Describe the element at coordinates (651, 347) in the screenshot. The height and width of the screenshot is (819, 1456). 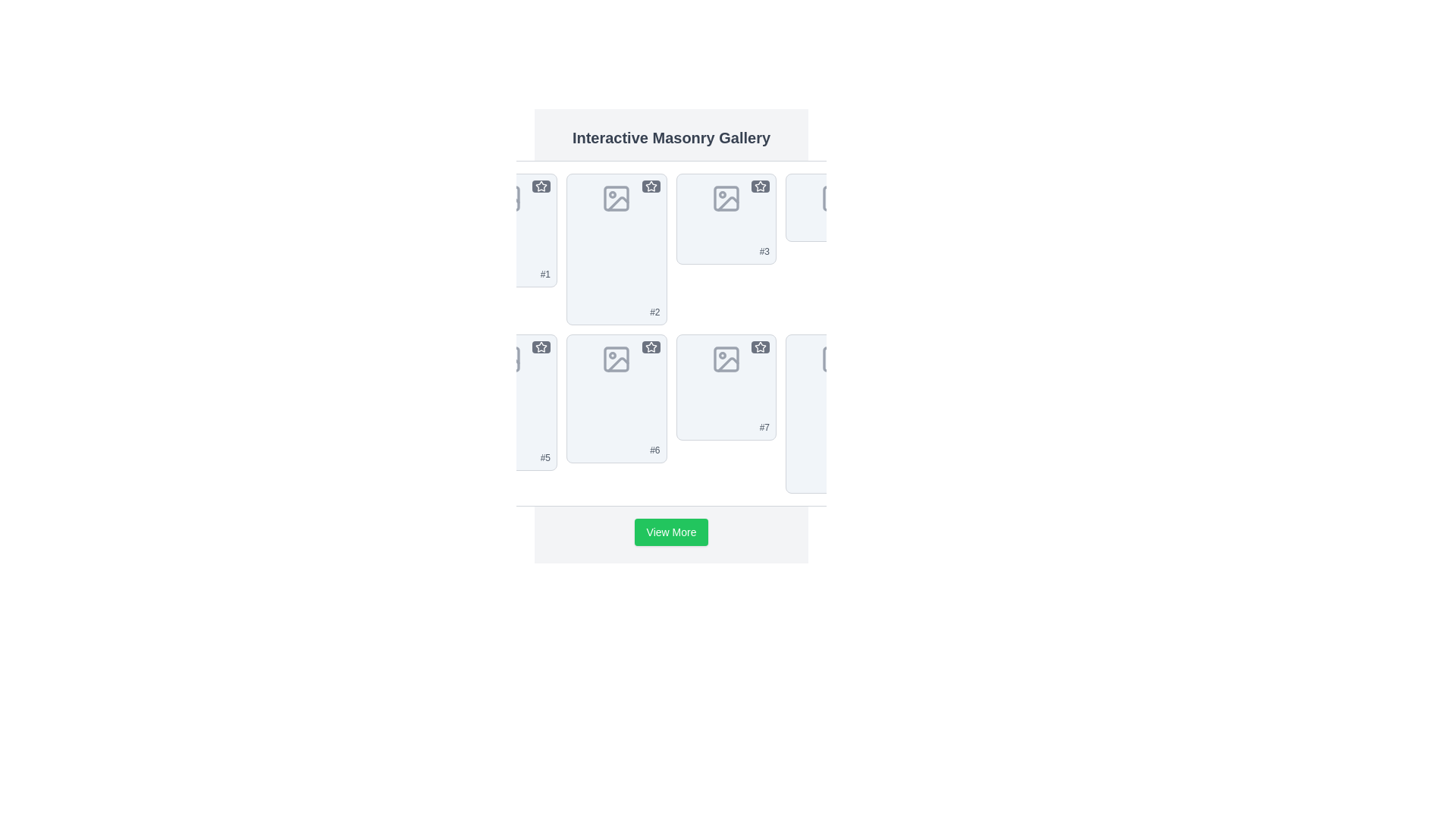
I see `the star icon button styled as a favorite marker located at the upper-right corner of the sixth card` at that location.